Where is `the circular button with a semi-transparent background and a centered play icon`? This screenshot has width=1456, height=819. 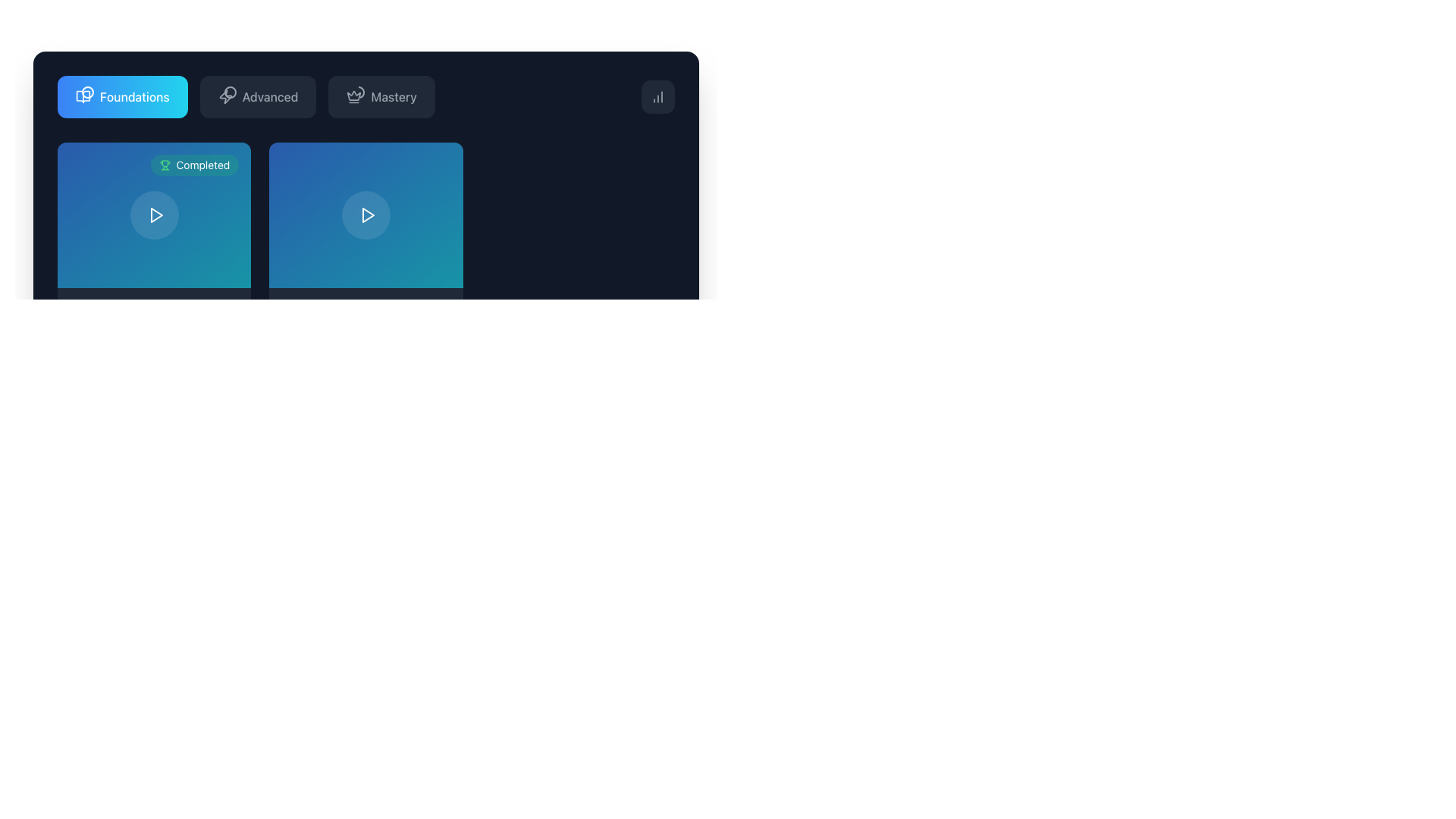 the circular button with a semi-transparent background and a centered play icon is located at coordinates (154, 215).